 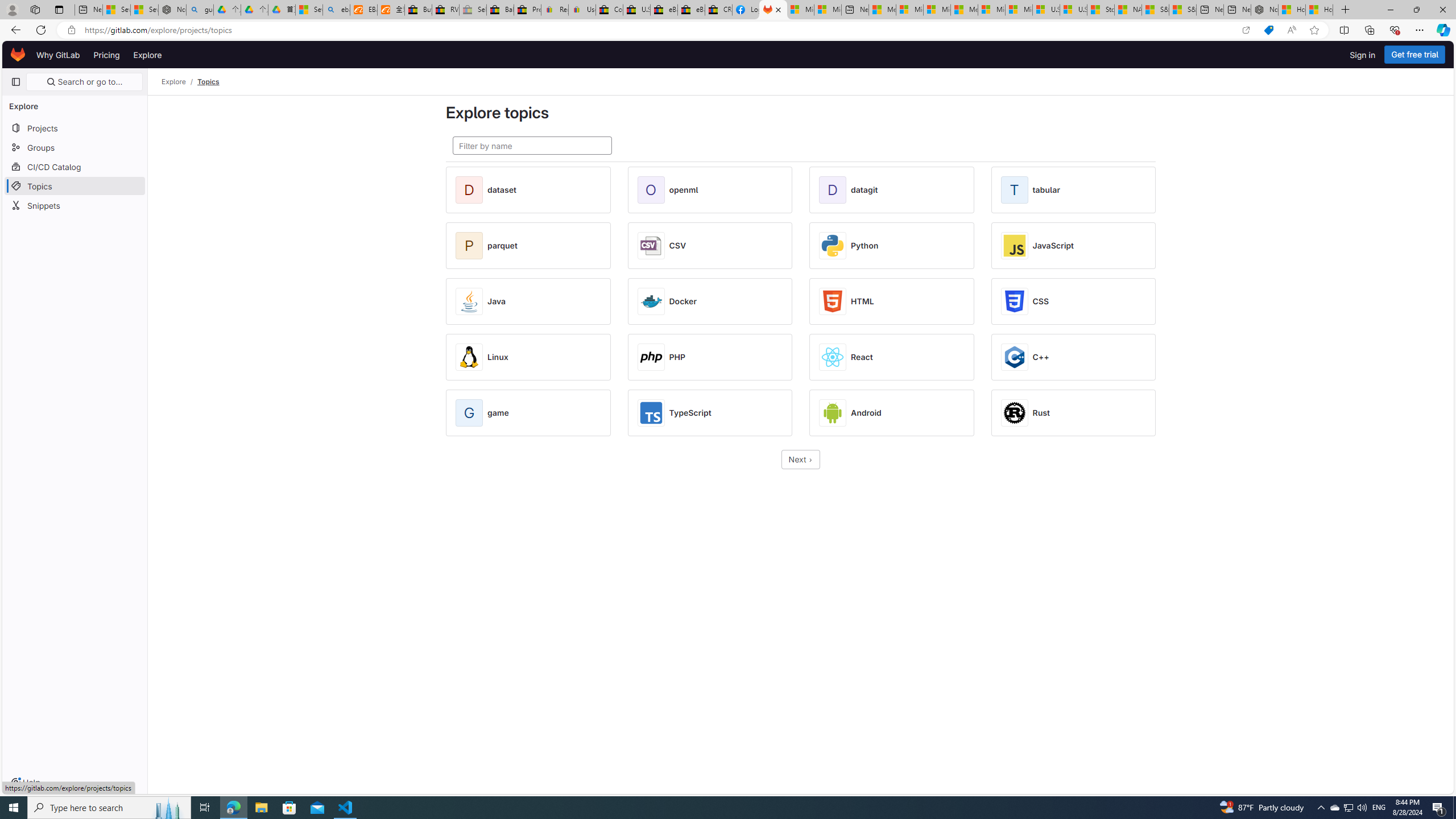 I want to click on 'Groups', so click(x=74, y=147).